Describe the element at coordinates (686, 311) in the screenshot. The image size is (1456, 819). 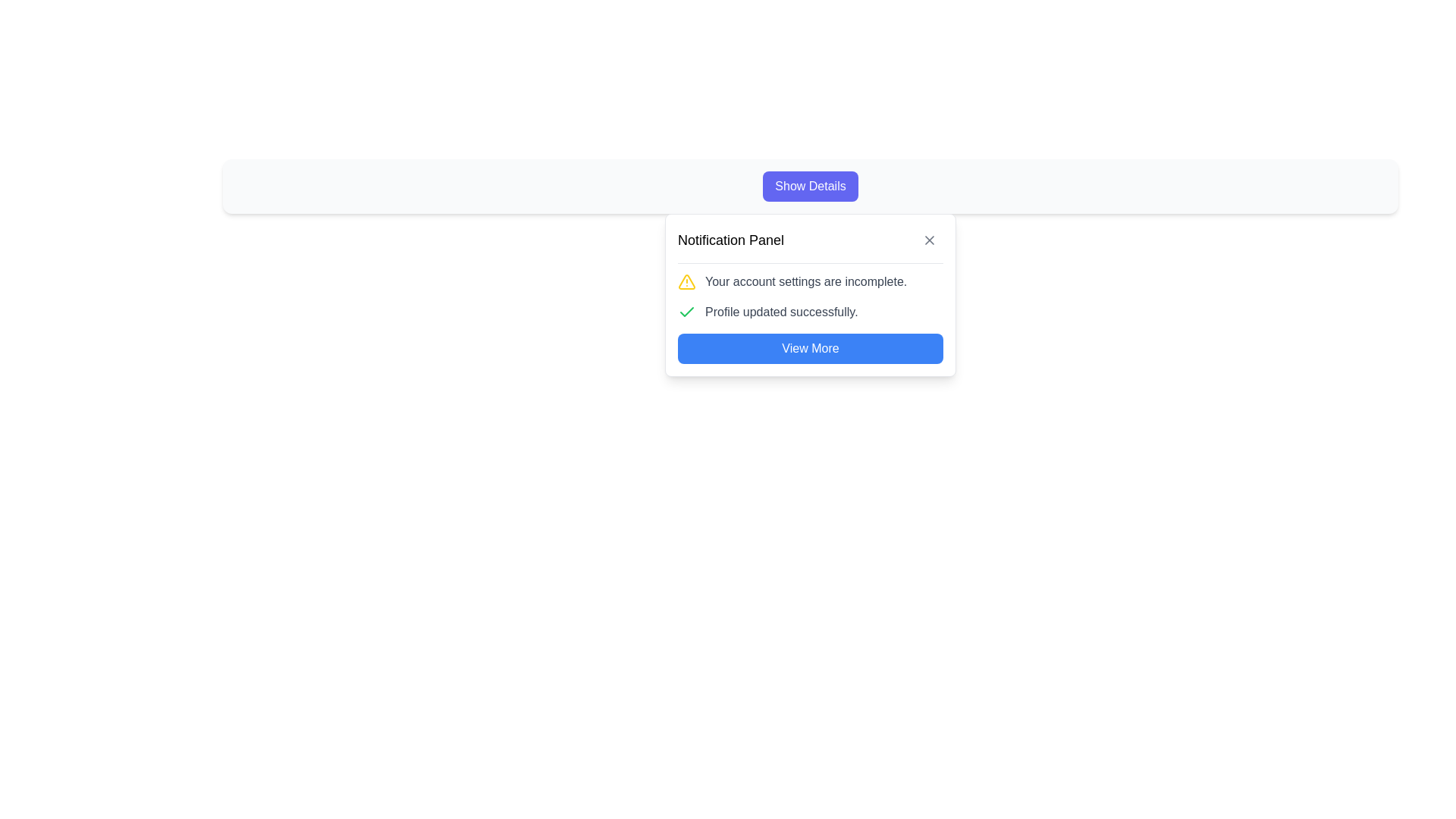
I see `the checkmark icon indicating successful profile update located in the notification panel next to the text 'Profile updated successfully.'` at that location.